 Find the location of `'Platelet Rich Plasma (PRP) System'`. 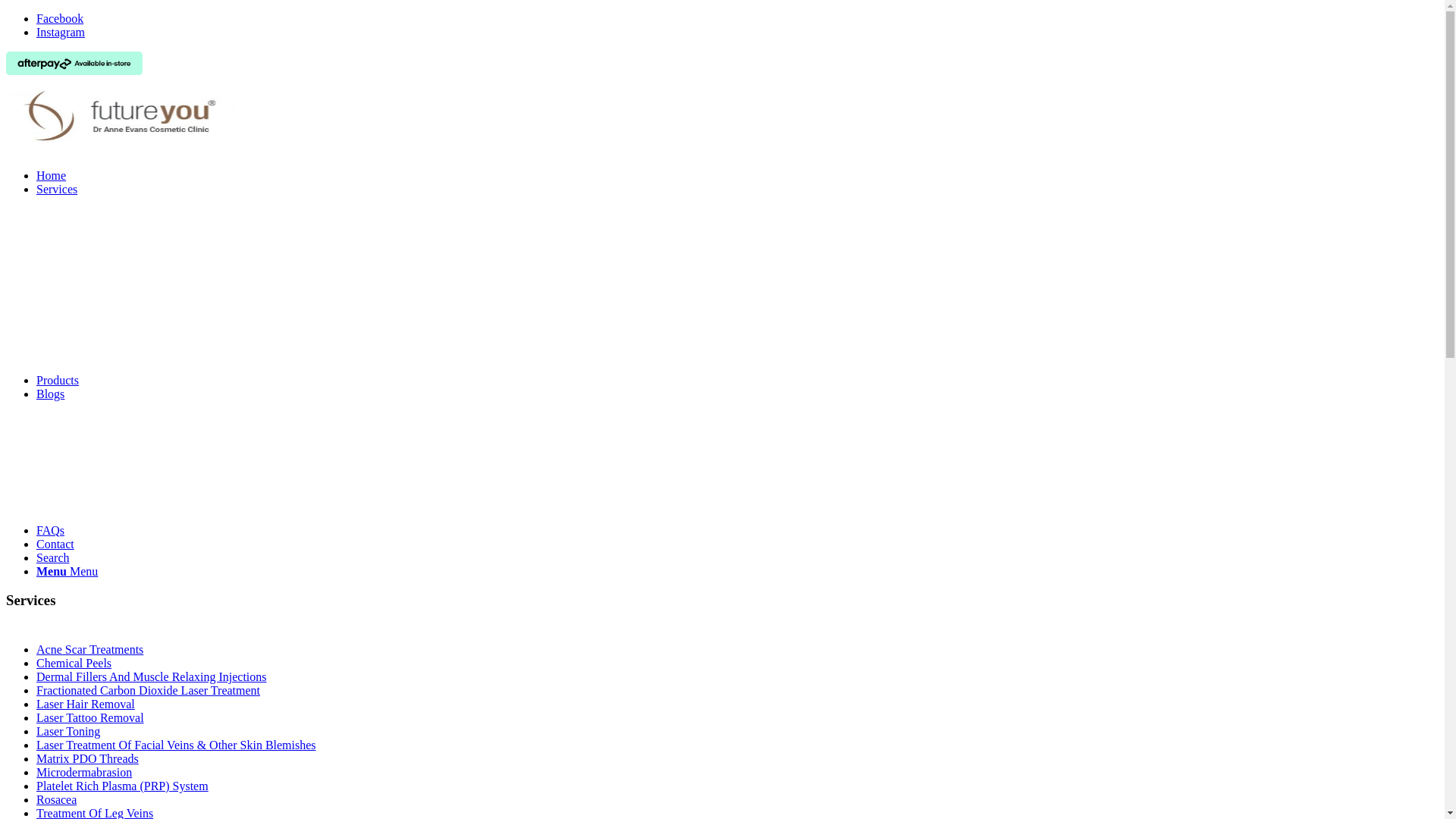

'Platelet Rich Plasma (PRP) System' is located at coordinates (122, 785).